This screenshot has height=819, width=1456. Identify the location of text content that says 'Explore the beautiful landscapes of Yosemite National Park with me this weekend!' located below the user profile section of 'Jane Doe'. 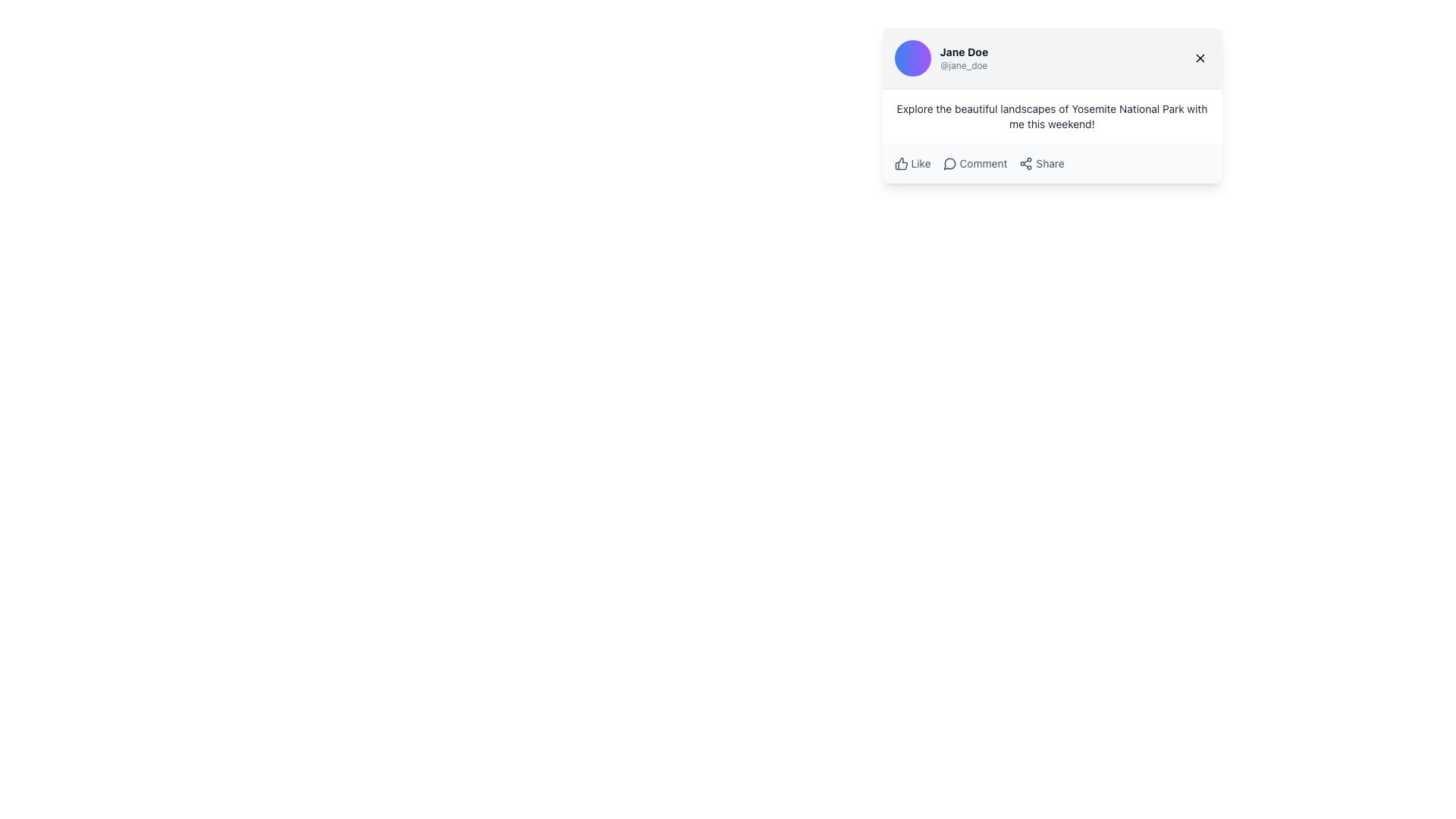
(1051, 116).